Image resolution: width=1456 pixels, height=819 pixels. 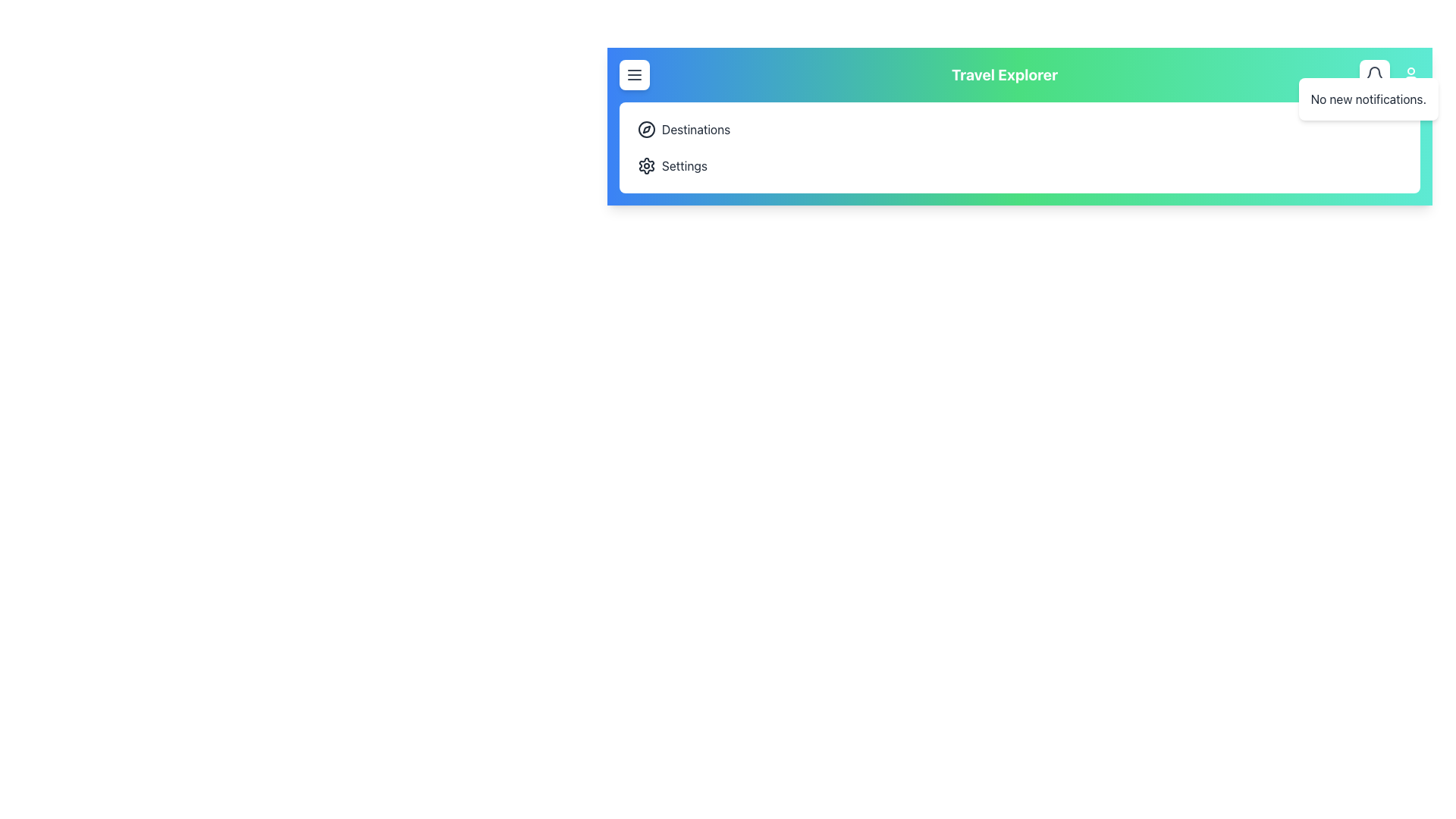 I want to click on the square button styled as a hamburger icon with a white background and rounded corners, located at the far left of the header bar, so click(x=634, y=75).